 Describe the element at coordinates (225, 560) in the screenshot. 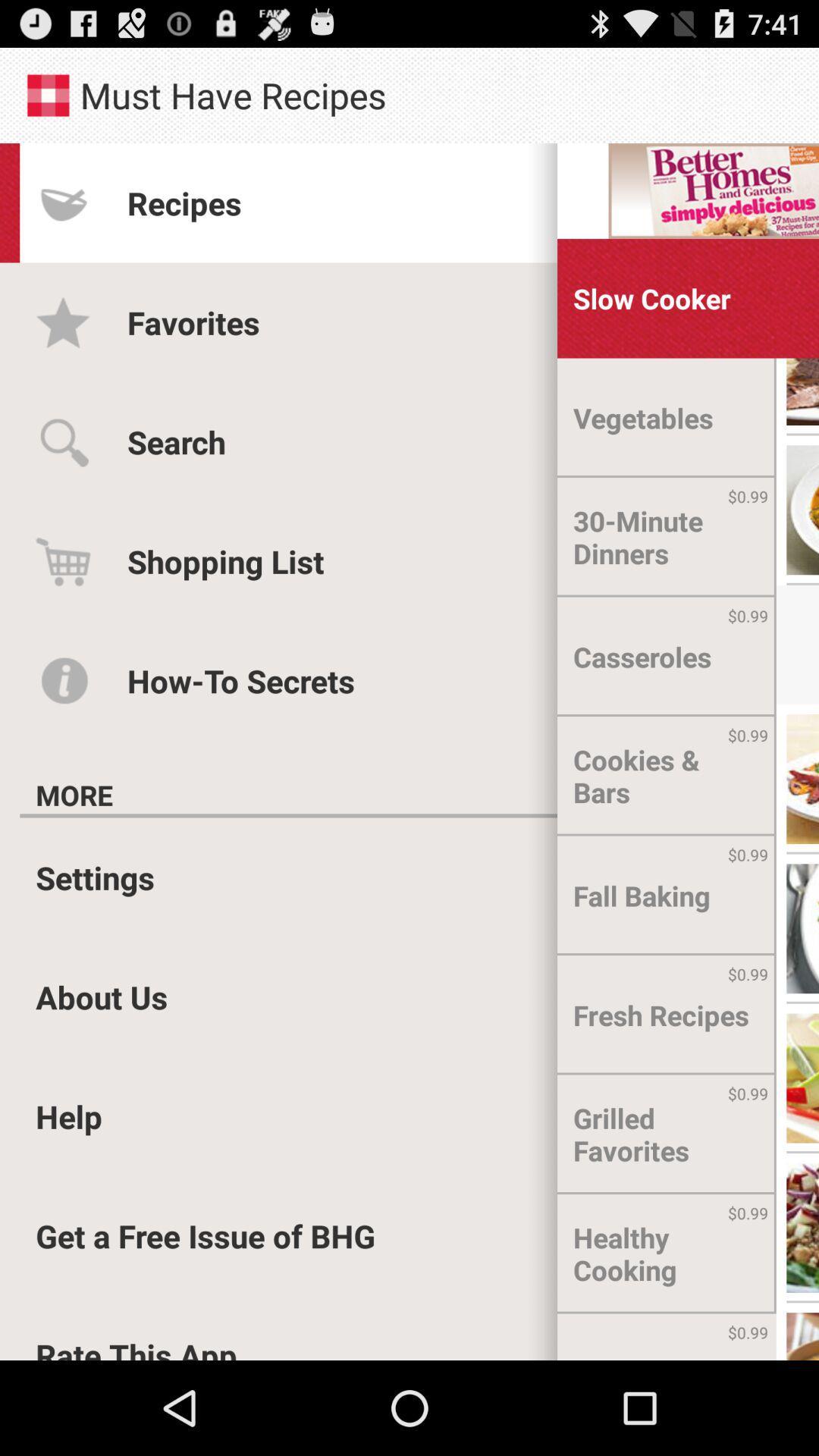

I see `icon above the how-to secrets icon` at that location.